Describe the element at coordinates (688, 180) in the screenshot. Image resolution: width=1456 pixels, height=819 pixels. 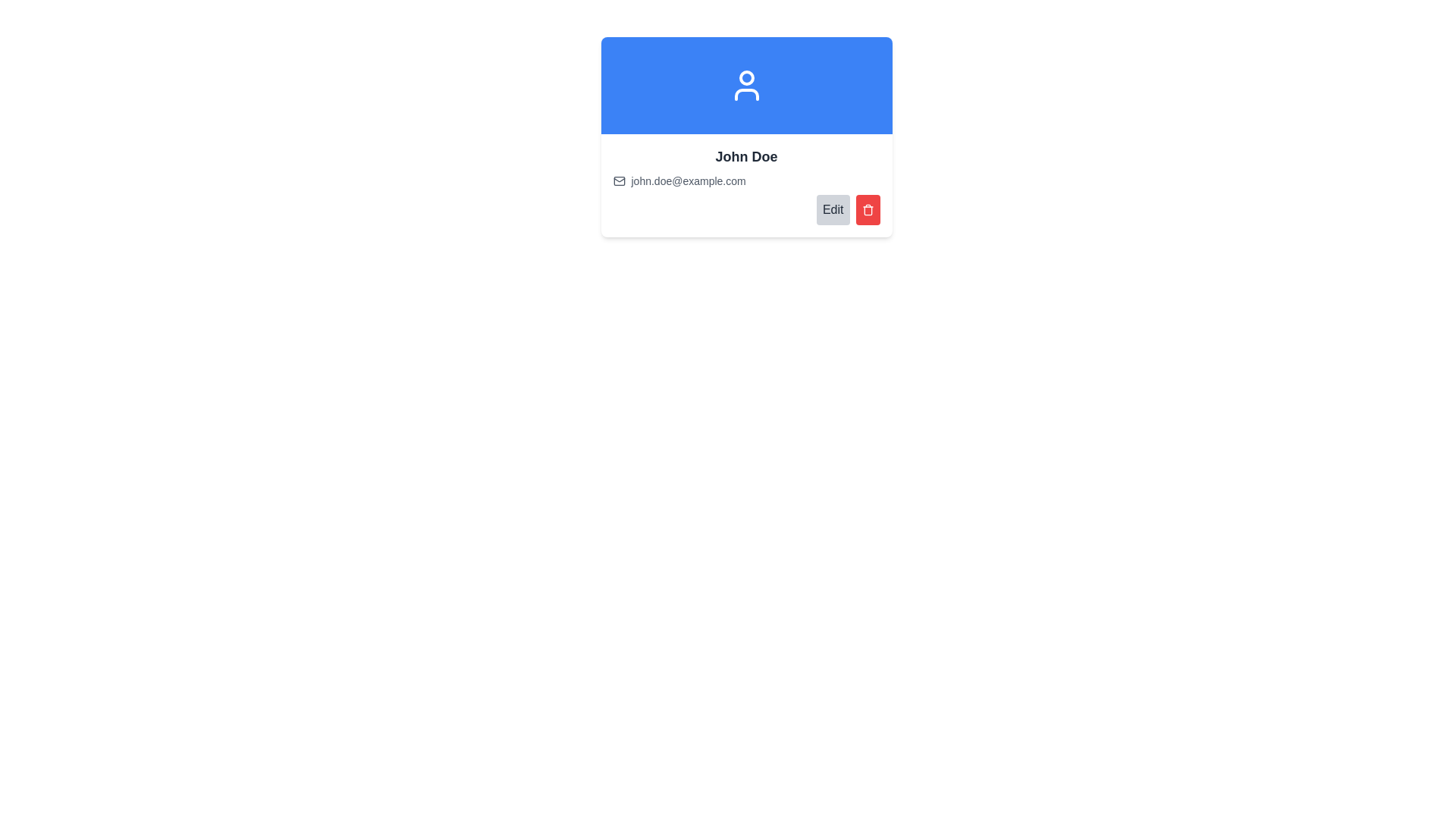
I see `the text displaying the email address 'john.doe@example.com' located in the profile card interface, directly below the name 'John Doe' and adjacent to the email icon` at that location.